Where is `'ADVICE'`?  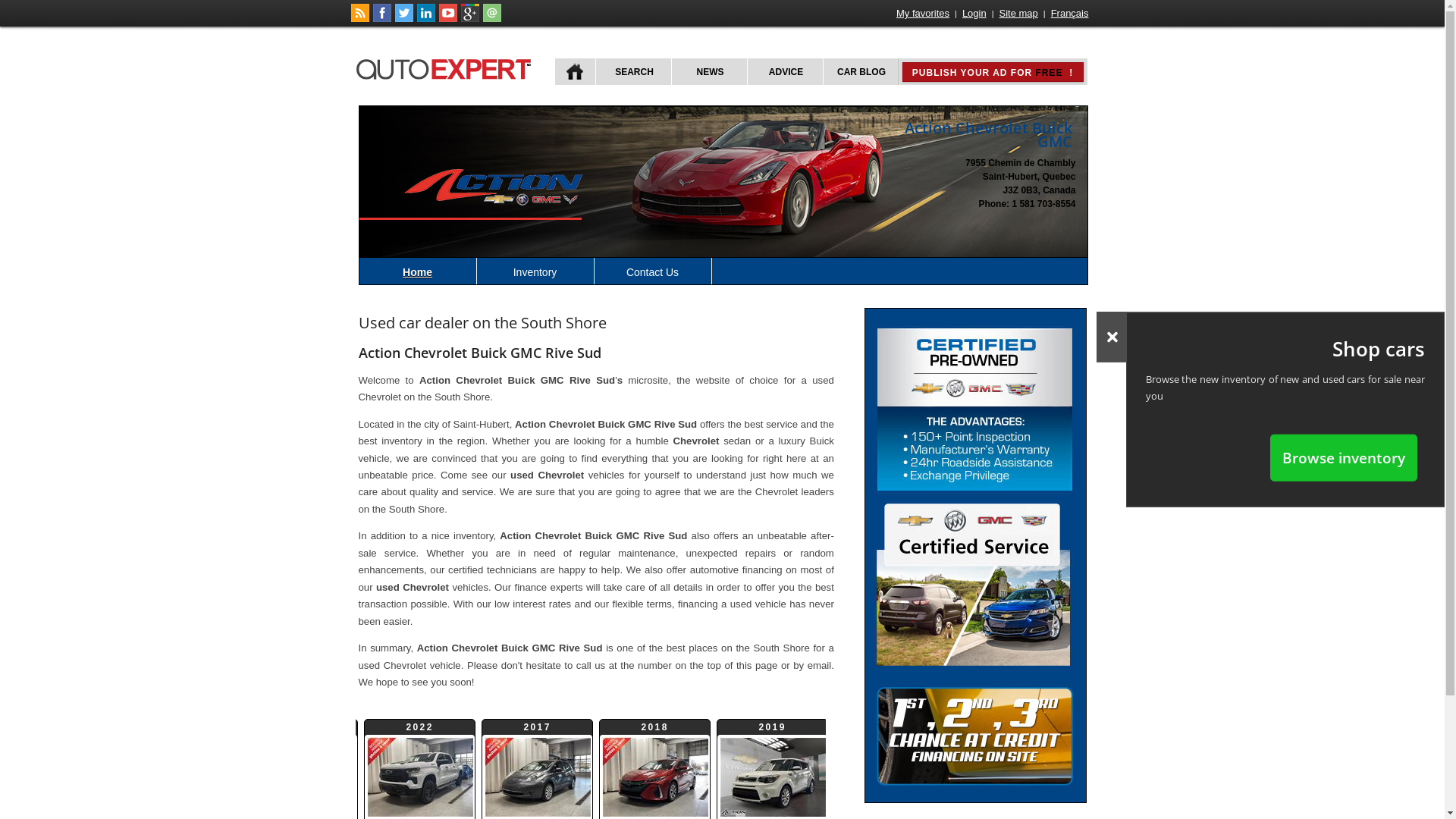 'ADVICE' is located at coordinates (745, 71).